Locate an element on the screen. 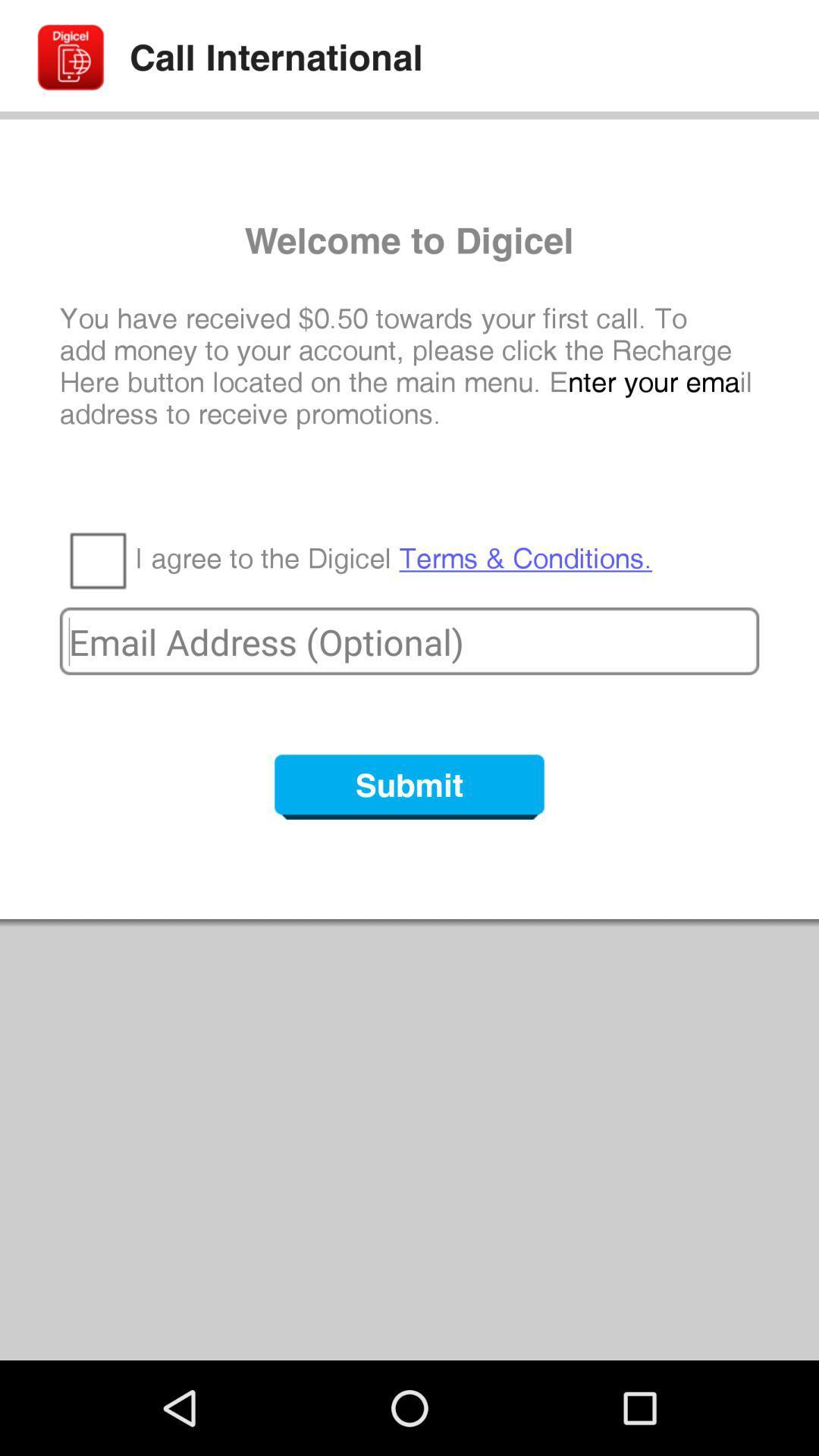 The height and width of the screenshot is (1456, 819). the app to the left of the i agree to item is located at coordinates (97, 559).